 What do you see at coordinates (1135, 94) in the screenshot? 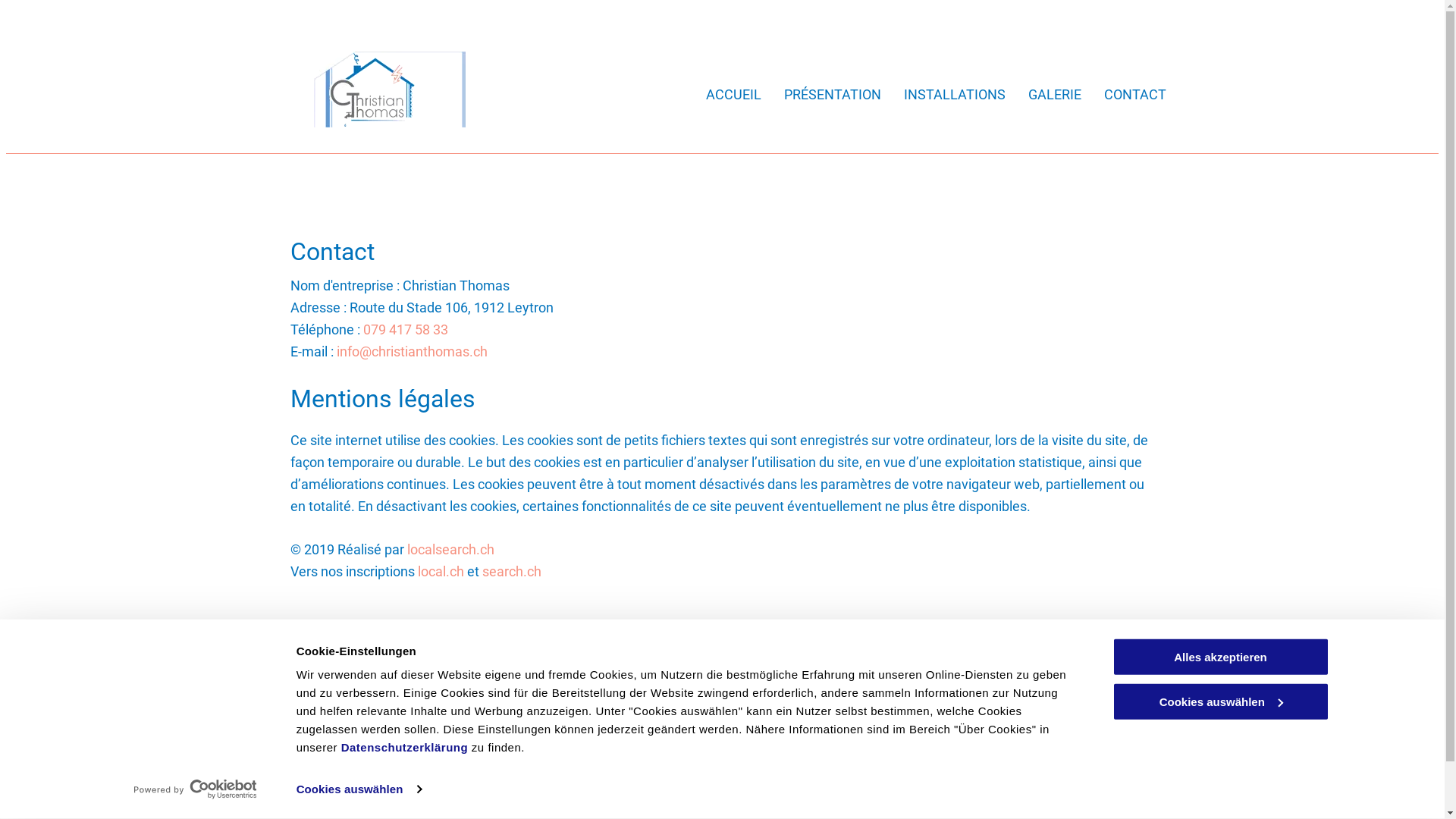
I see `'CONTACT'` at bounding box center [1135, 94].